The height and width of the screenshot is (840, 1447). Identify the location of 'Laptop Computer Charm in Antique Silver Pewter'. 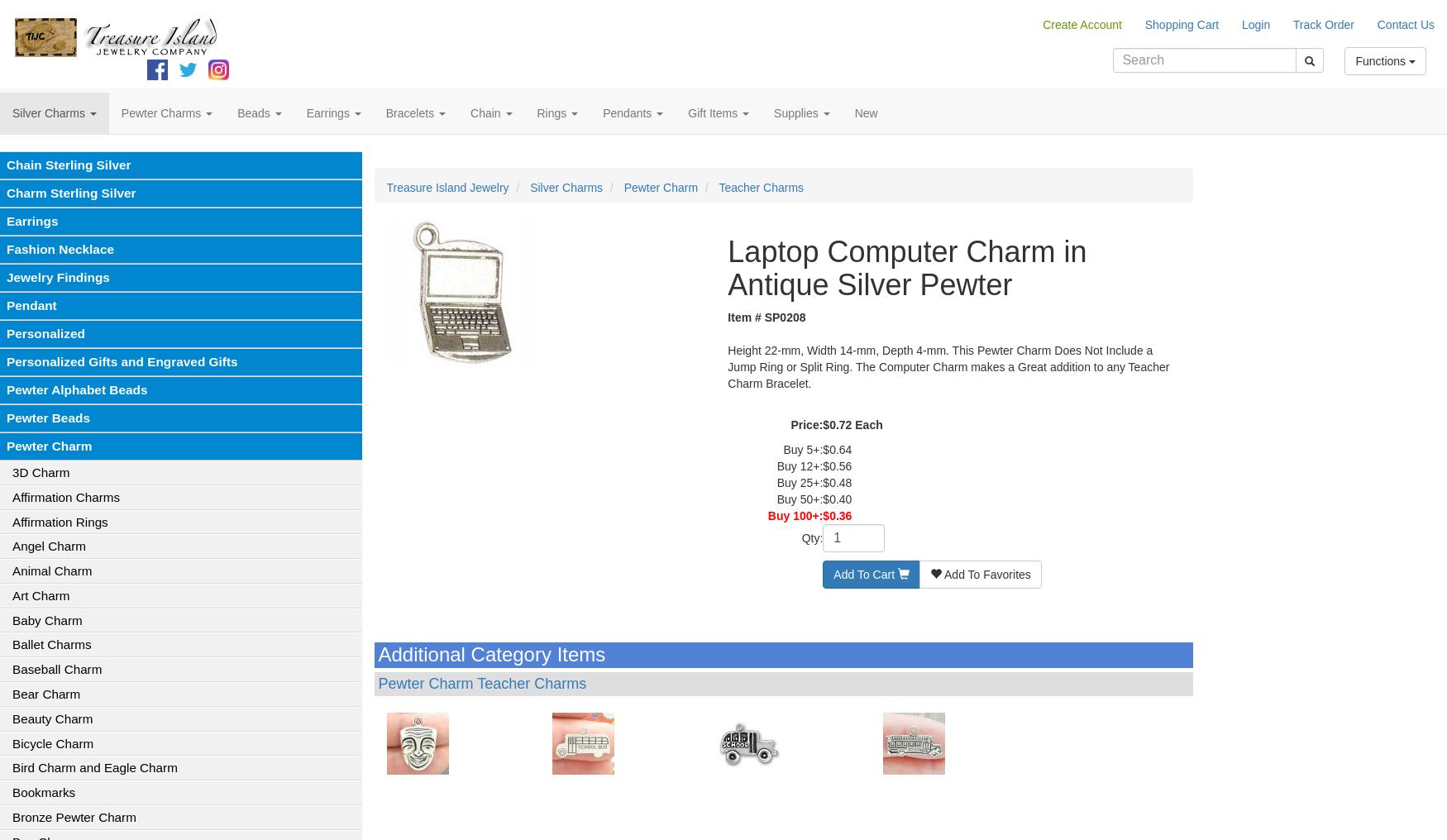
(907, 268).